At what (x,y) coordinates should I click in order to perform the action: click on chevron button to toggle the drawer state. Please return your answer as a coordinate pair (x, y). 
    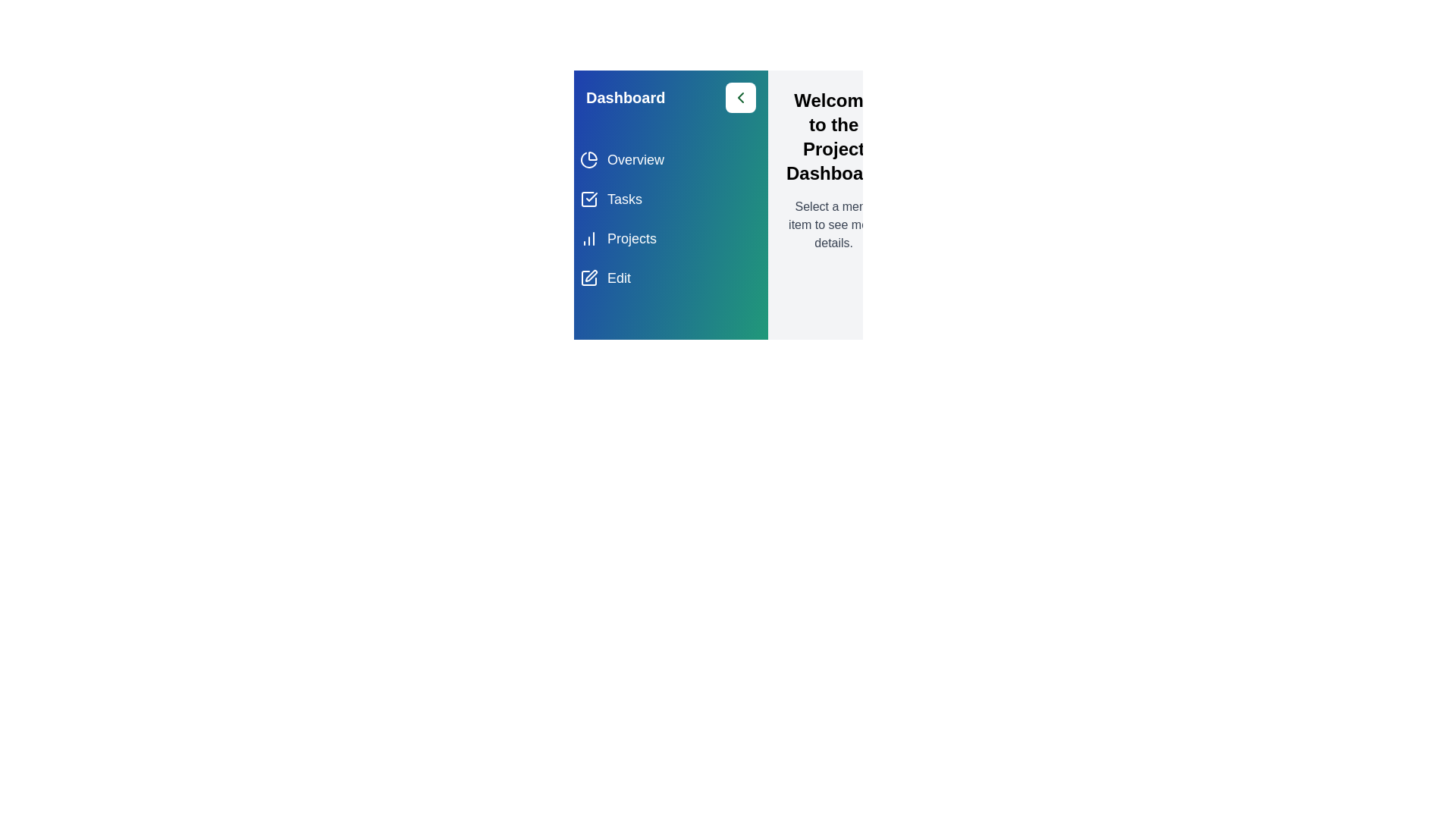
    Looking at the image, I should click on (741, 97).